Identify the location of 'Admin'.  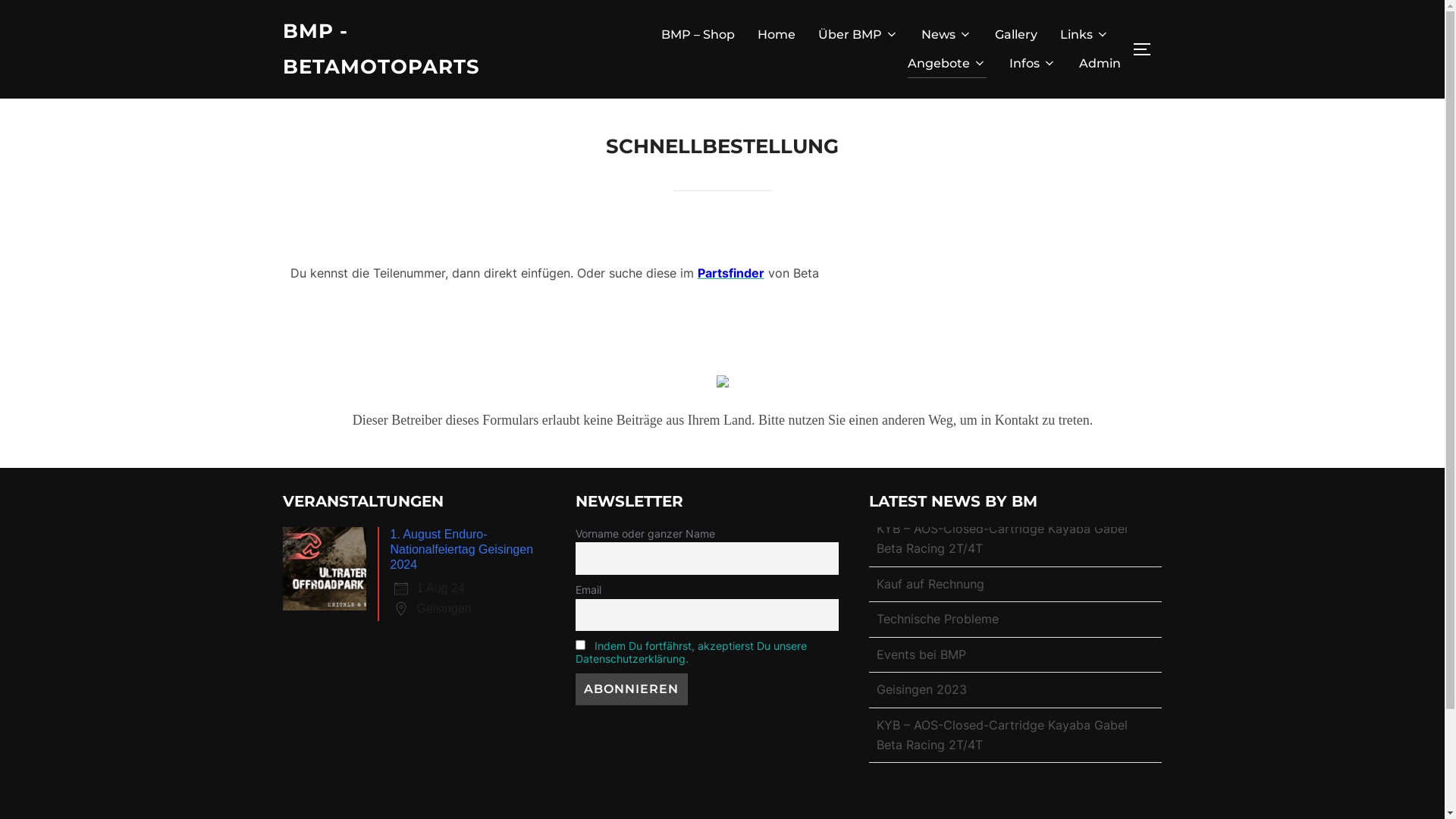
(1099, 63).